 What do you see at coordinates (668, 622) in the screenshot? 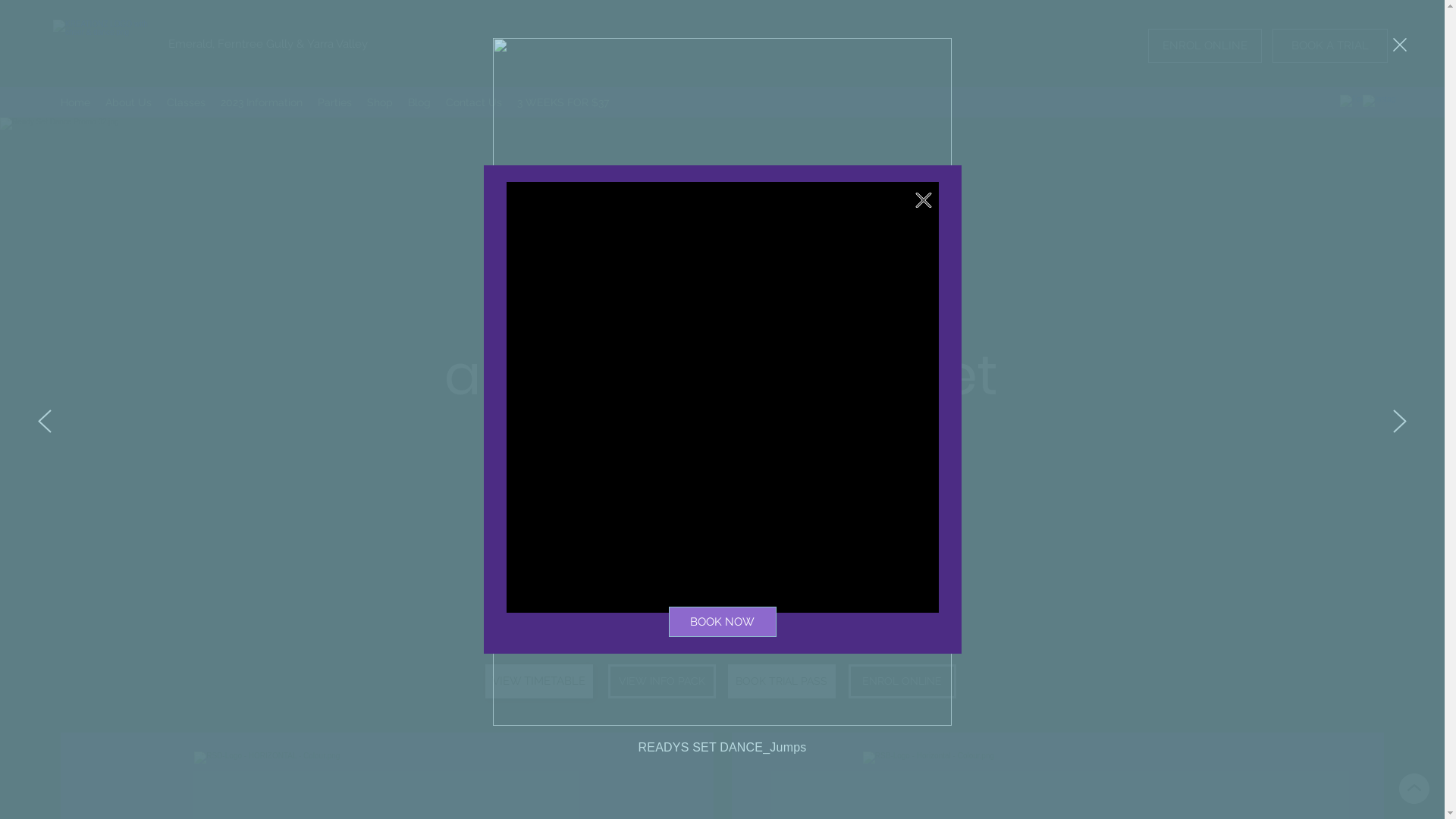
I see `'BOOK NOW'` at bounding box center [668, 622].